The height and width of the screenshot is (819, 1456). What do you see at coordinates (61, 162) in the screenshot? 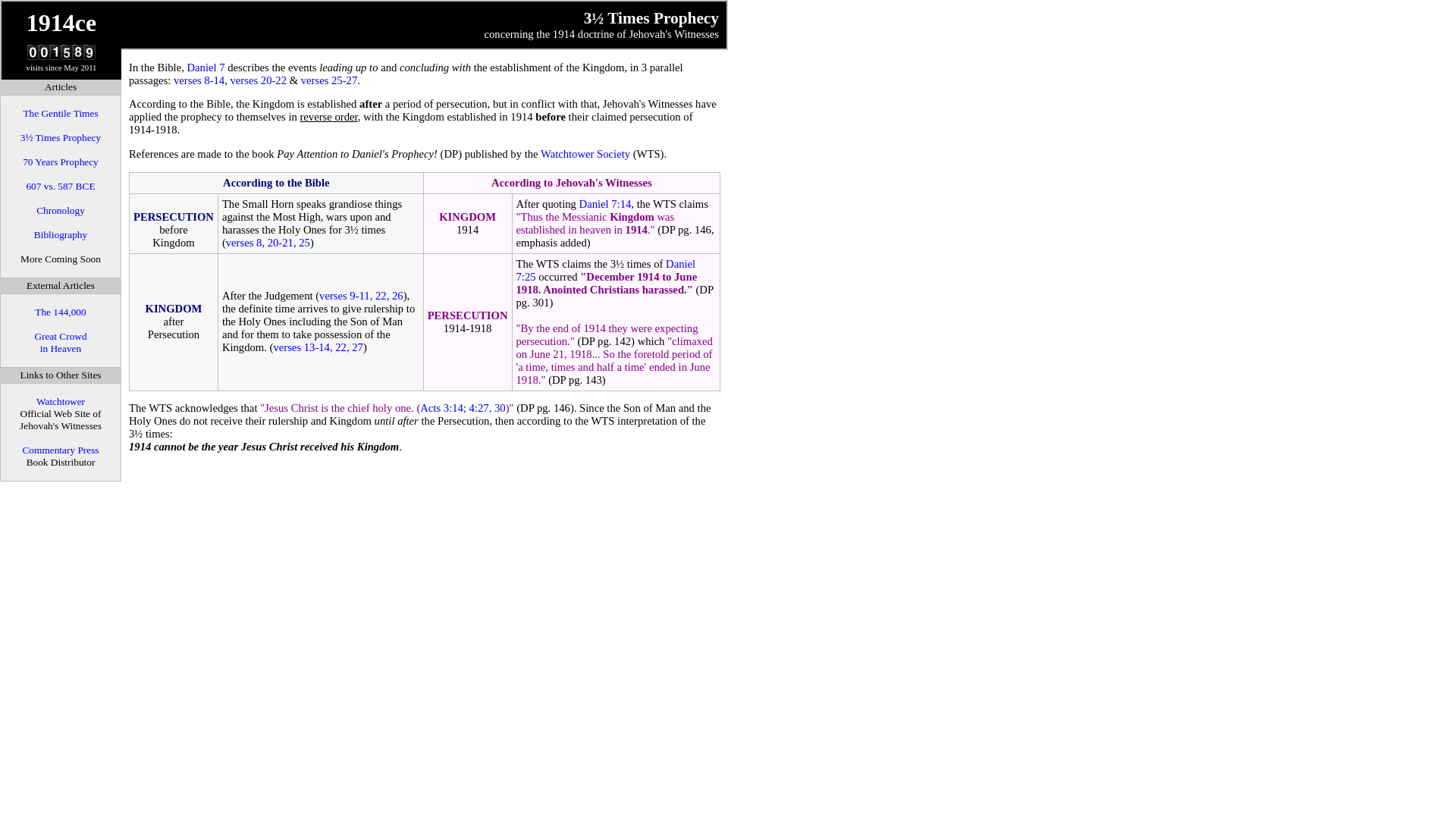
I see `'70 Years Prophecy'` at bounding box center [61, 162].